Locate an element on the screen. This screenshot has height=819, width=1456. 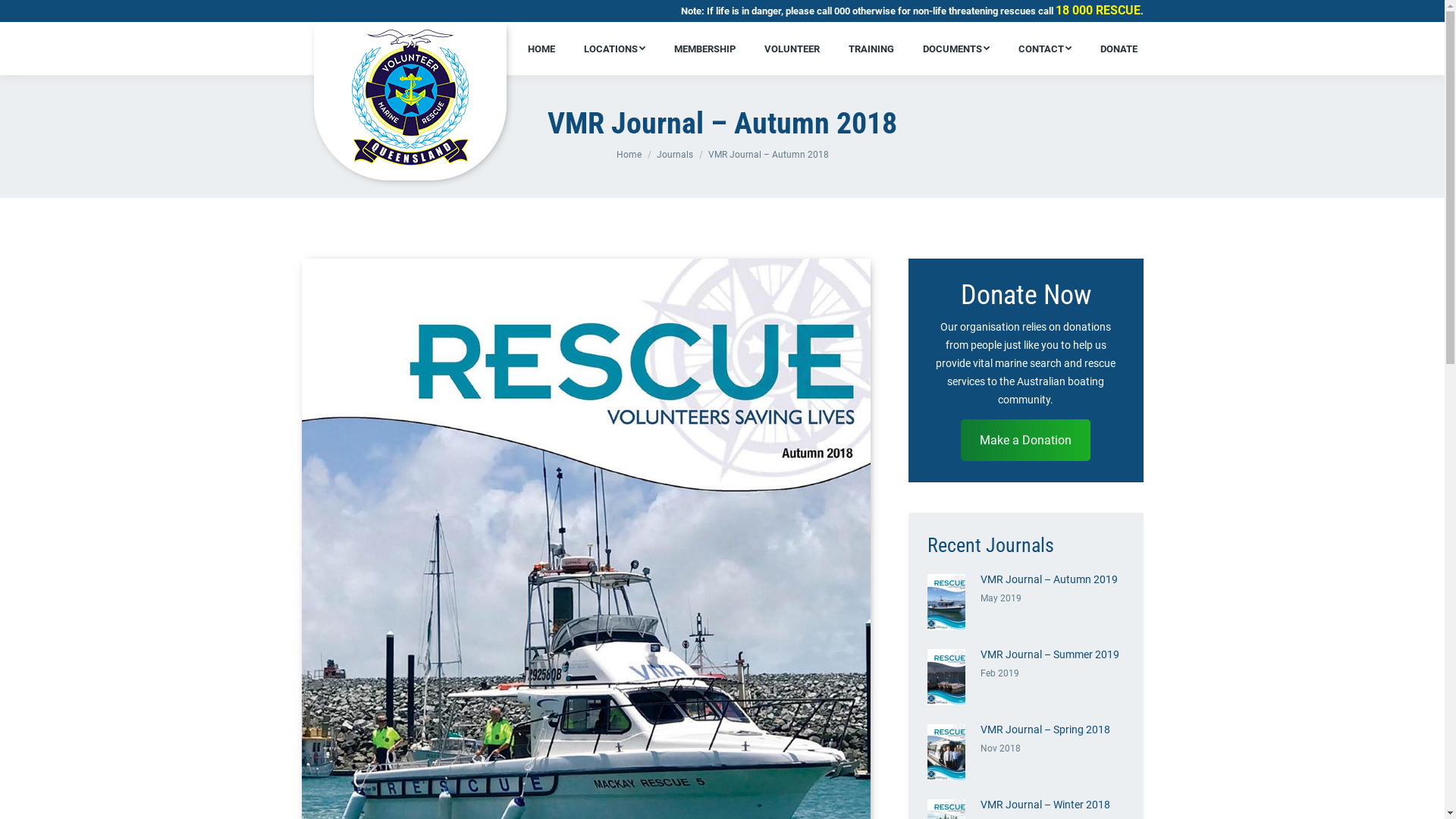
'Home' is located at coordinates (615, 155).